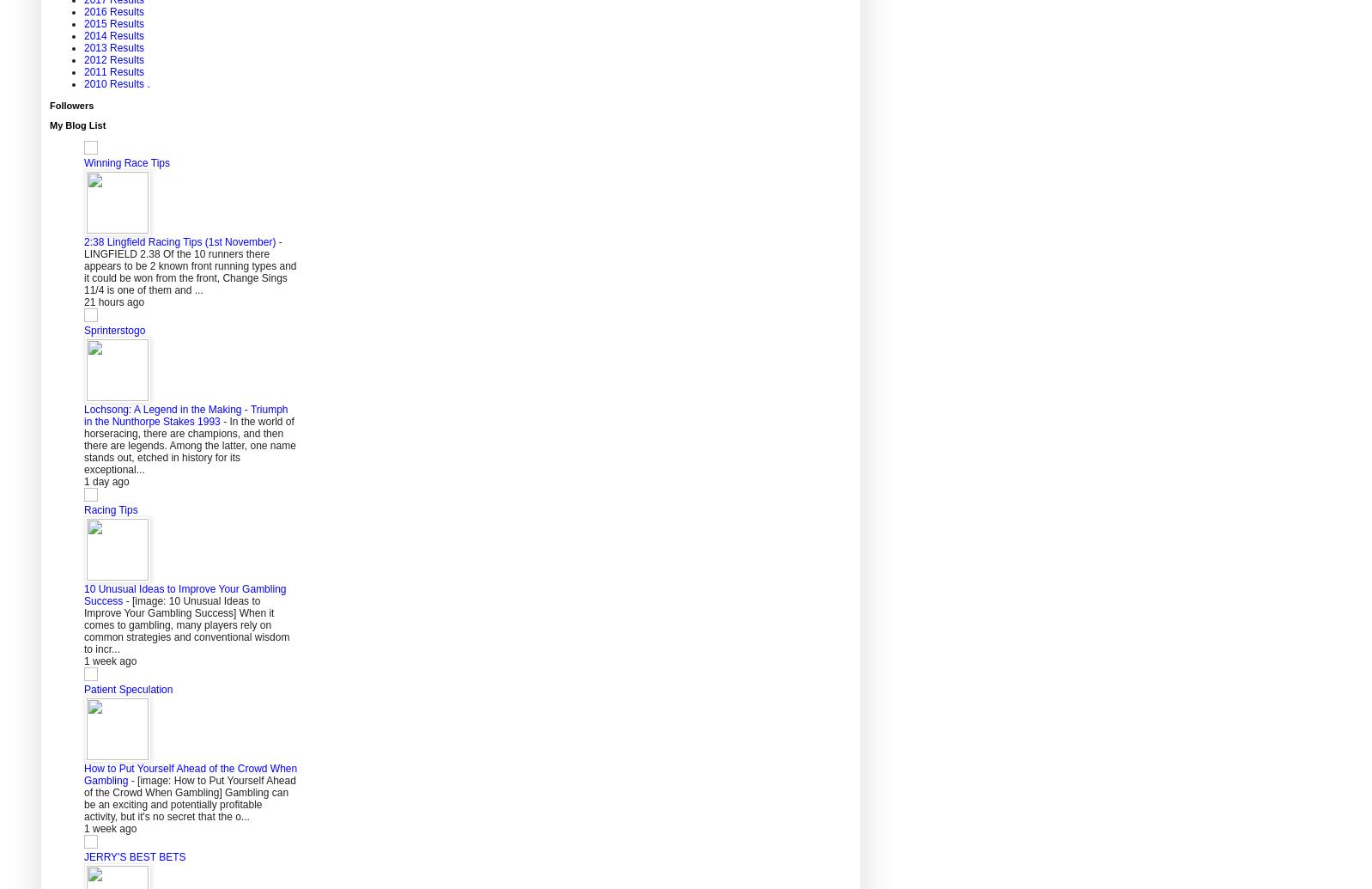 Image resolution: width=1372 pixels, height=889 pixels. Describe the element at coordinates (106, 480) in the screenshot. I see `'1 day ago'` at that location.